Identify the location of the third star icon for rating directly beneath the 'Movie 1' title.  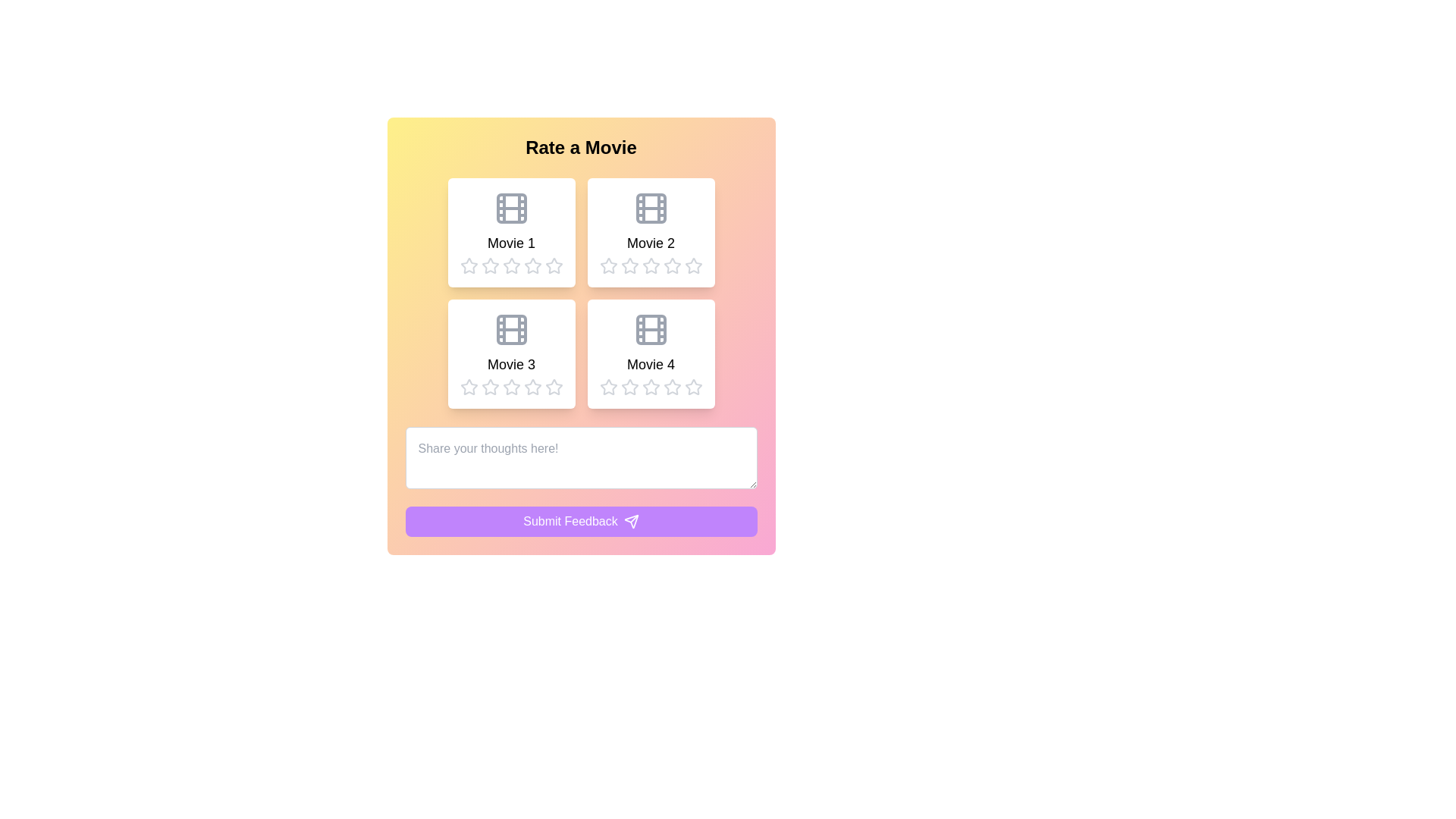
(511, 265).